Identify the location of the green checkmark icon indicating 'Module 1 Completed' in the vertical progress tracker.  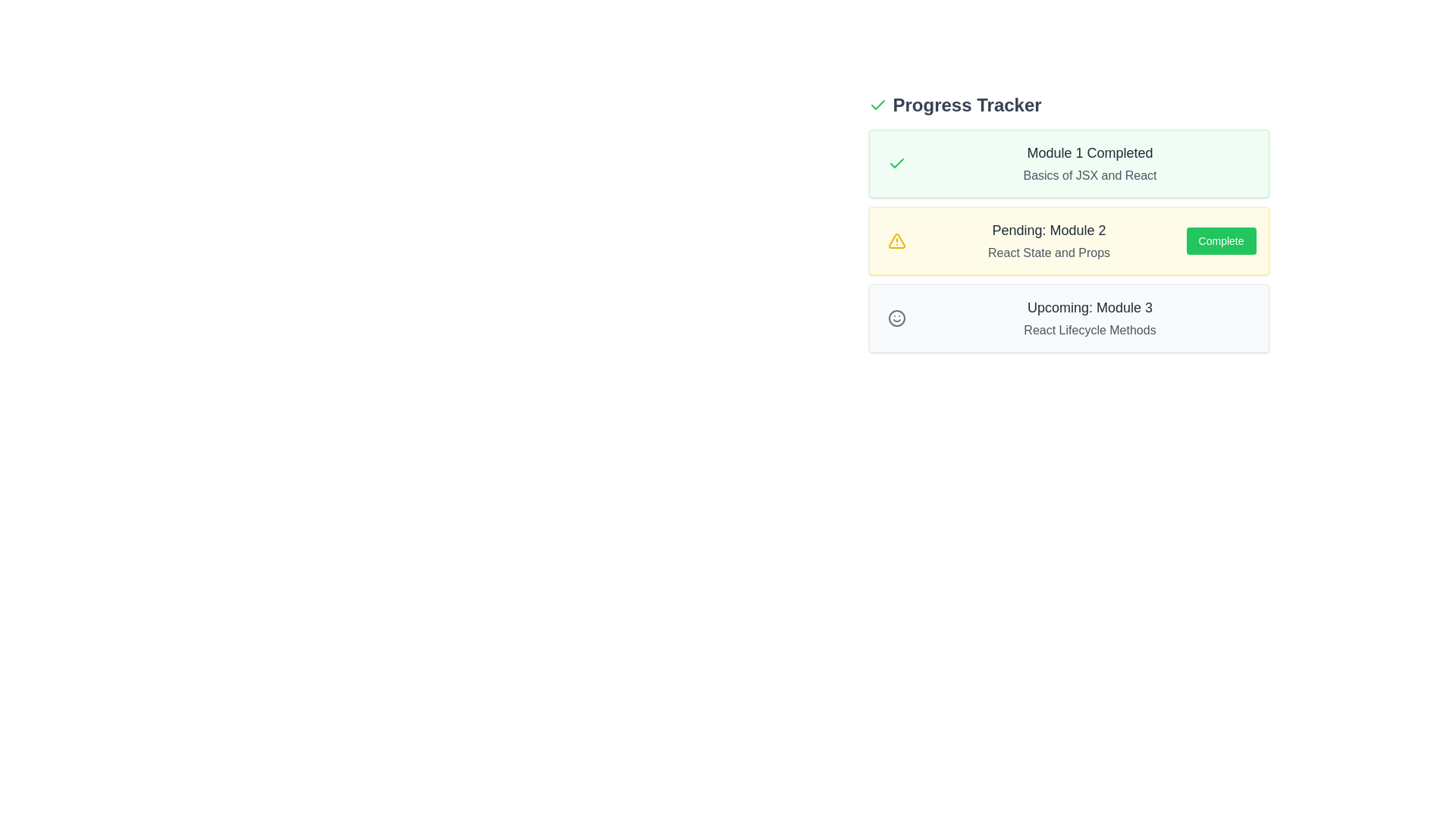
(877, 104).